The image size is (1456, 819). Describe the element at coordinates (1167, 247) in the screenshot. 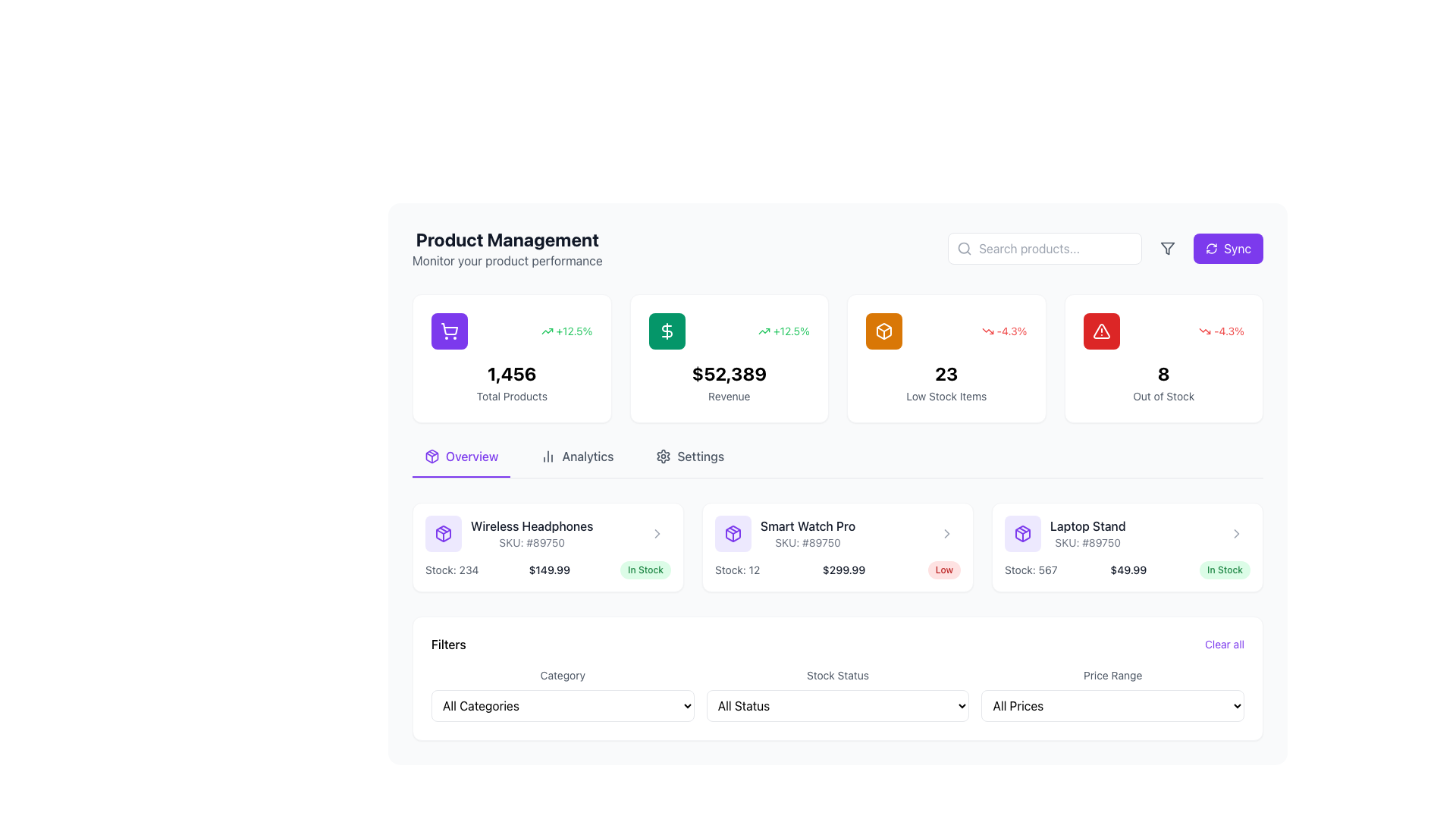

I see `the filter icon, which is a funnel-shaped graphical element located in the top-right region of the interface, adjacent to the search bar` at that location.